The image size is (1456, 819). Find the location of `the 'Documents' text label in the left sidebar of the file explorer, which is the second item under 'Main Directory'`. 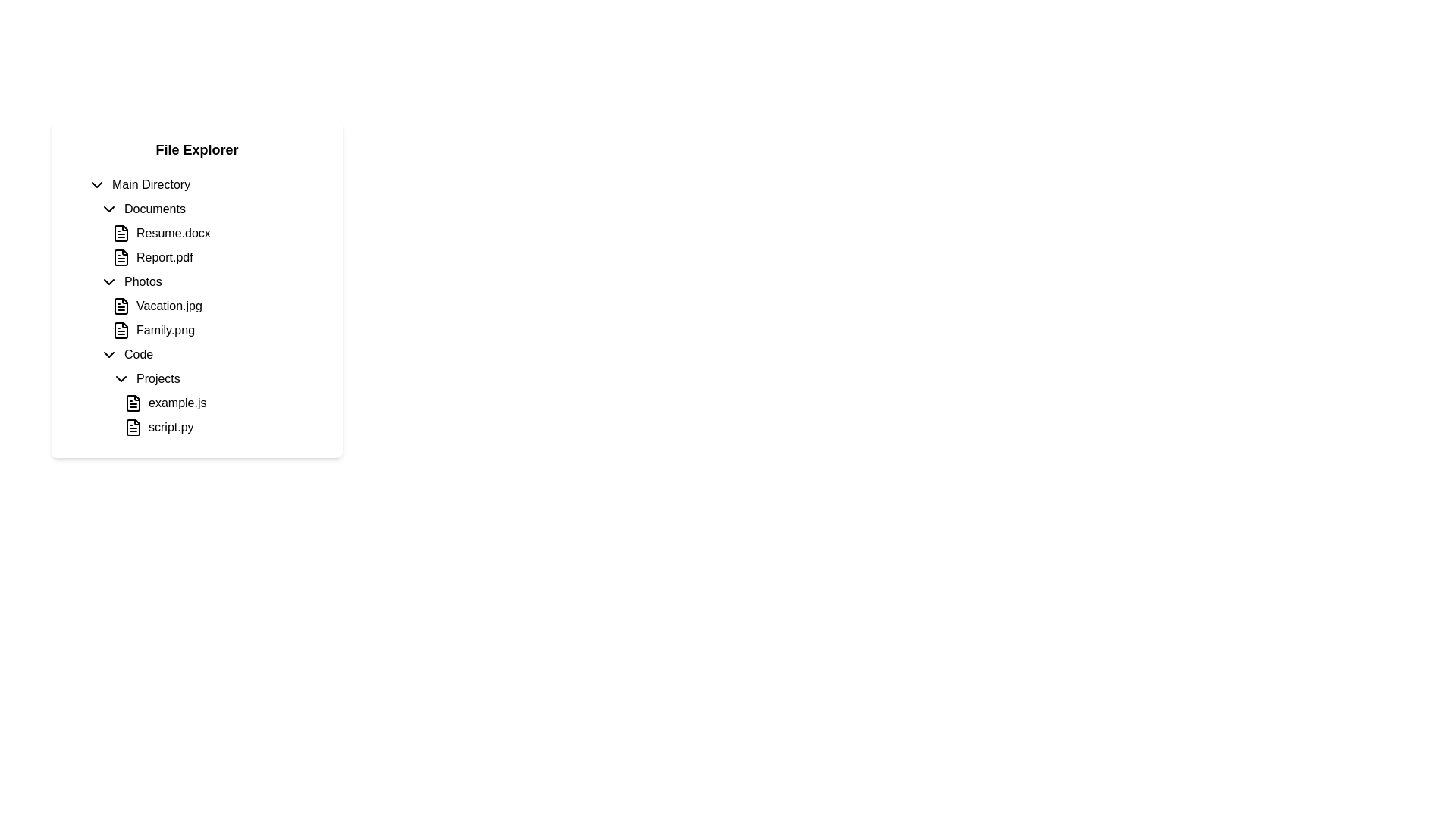

the 'Documents' text label in the left sidebar of the file explorer, which is the second item under 'Main Directory' is located at coordinates (155, 209).